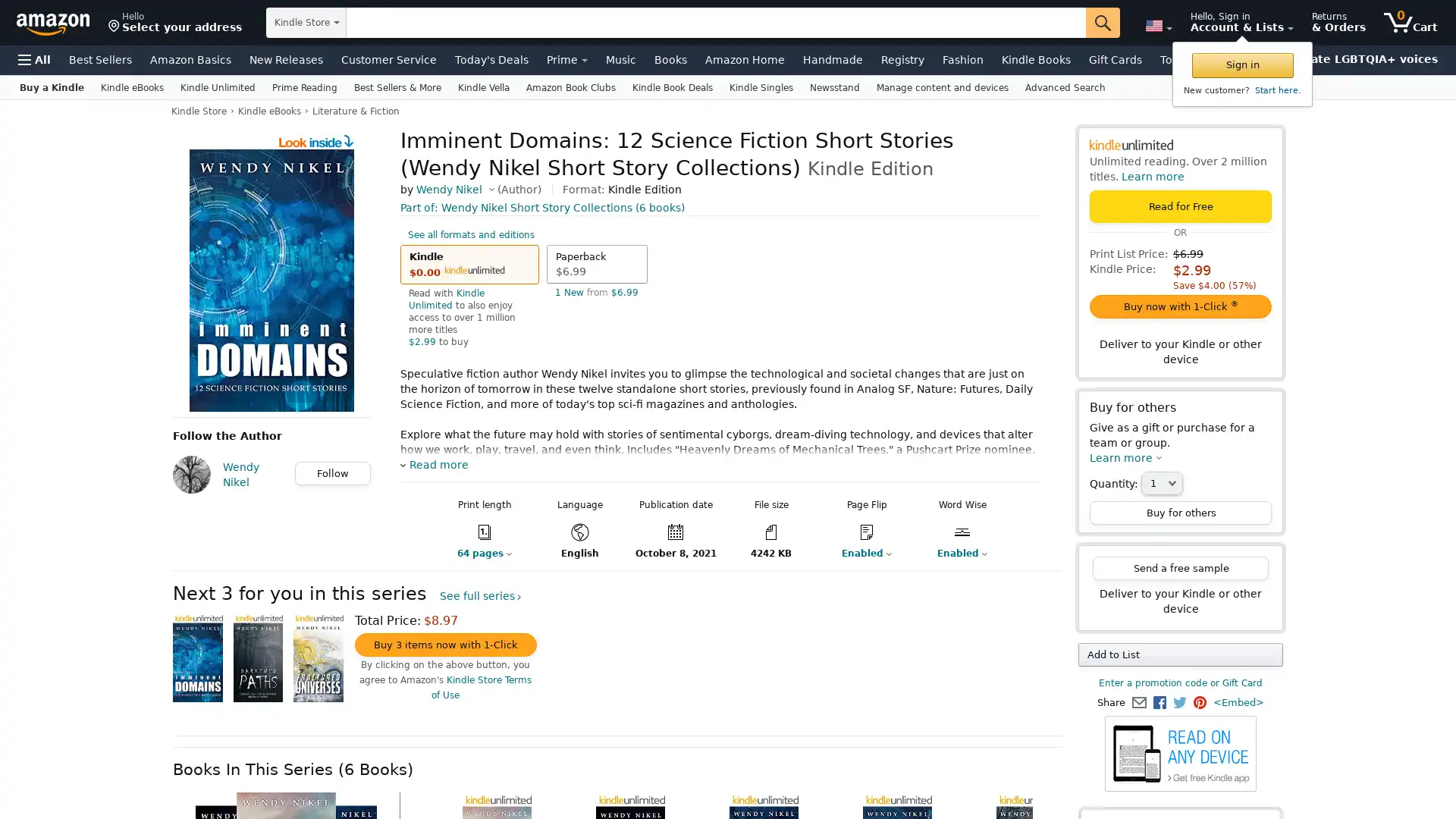 This screenshot has width=1456, height=819. What do you see at coordinates (483, 553) in the screenshot?
I see `64 pages` at bounding box center [483, 553].